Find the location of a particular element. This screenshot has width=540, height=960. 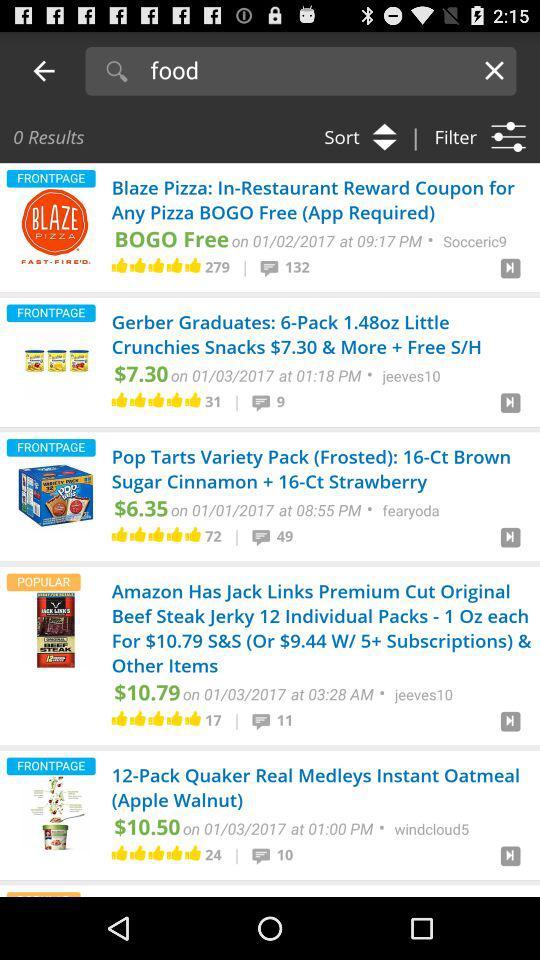

blaze pizza icon is located at coordinates (55, 226).